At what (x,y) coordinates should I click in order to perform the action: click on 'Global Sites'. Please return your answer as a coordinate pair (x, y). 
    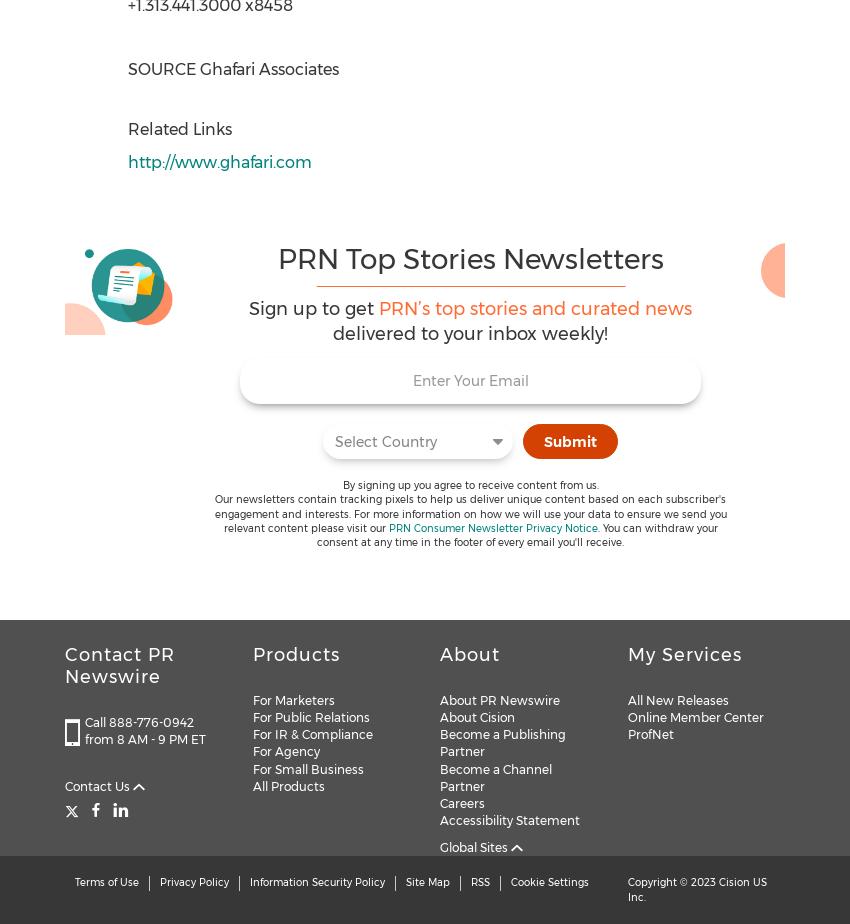
    Looking at the image, I should click on (438, 847).